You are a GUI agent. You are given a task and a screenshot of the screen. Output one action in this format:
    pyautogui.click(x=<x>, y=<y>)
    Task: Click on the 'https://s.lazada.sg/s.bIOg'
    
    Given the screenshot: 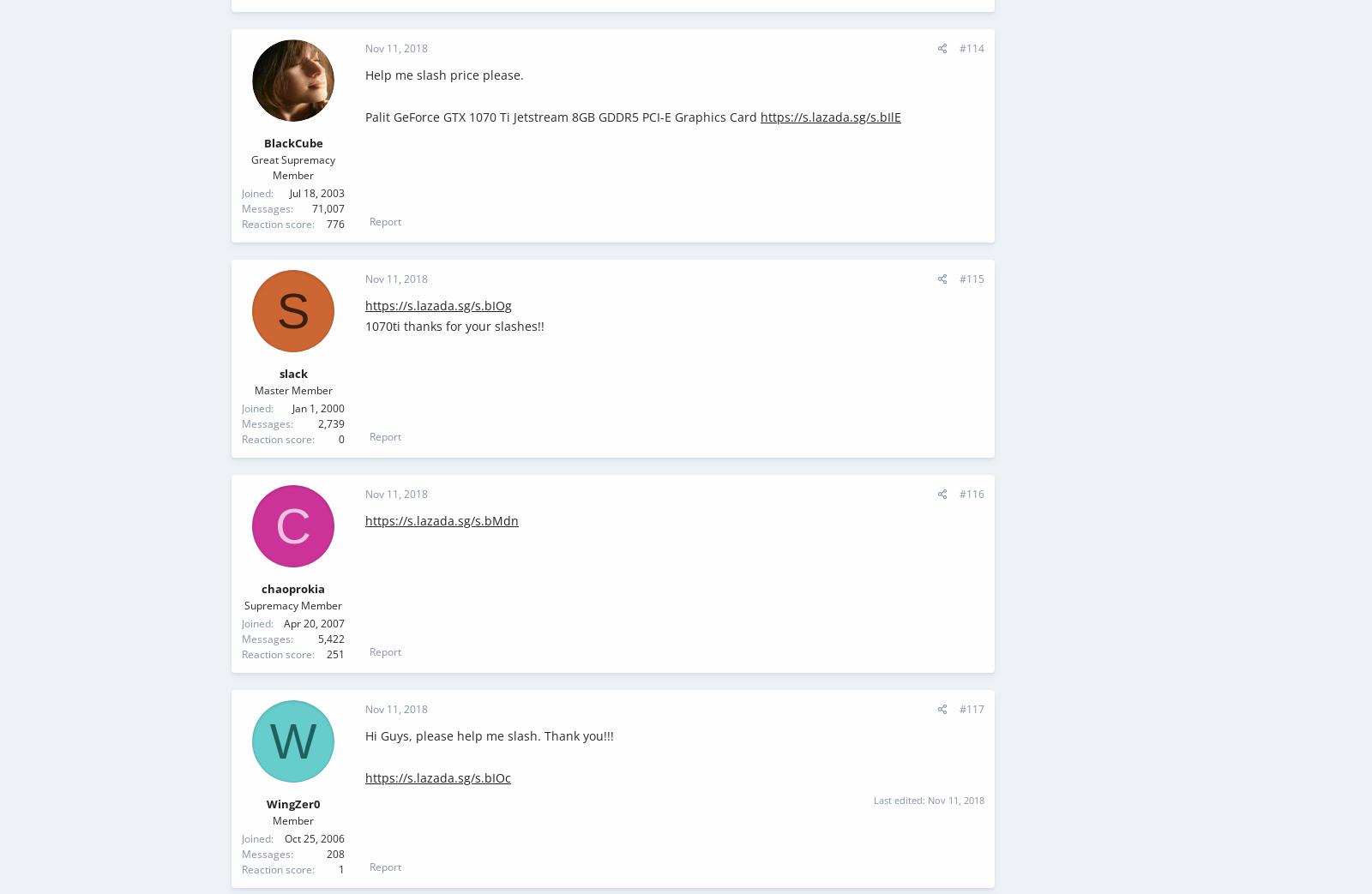 What is the action you would take?
    pyautogui.click(x=437, y=303)
    